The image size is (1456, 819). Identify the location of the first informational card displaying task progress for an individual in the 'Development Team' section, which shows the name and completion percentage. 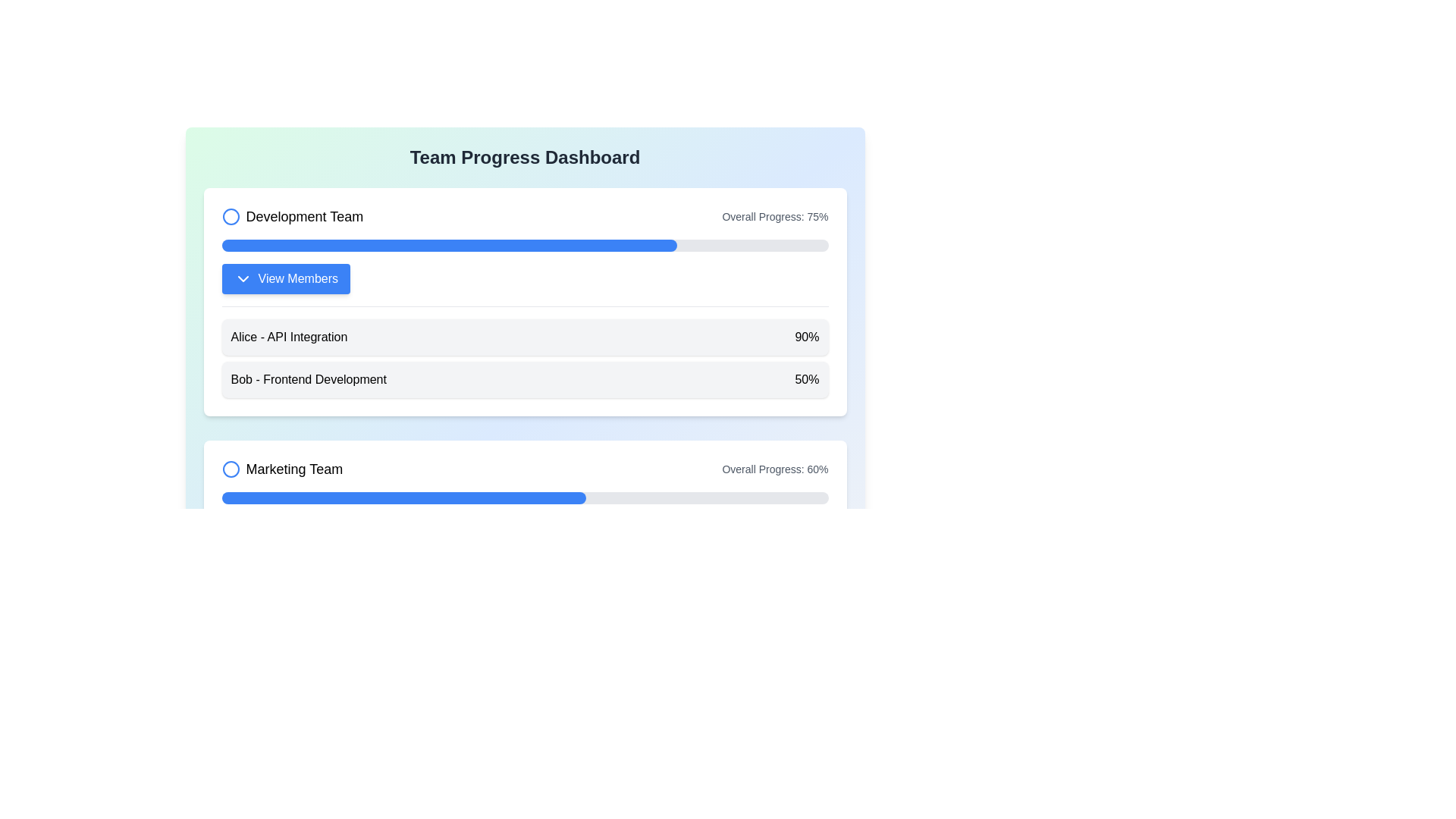
(525, 336).